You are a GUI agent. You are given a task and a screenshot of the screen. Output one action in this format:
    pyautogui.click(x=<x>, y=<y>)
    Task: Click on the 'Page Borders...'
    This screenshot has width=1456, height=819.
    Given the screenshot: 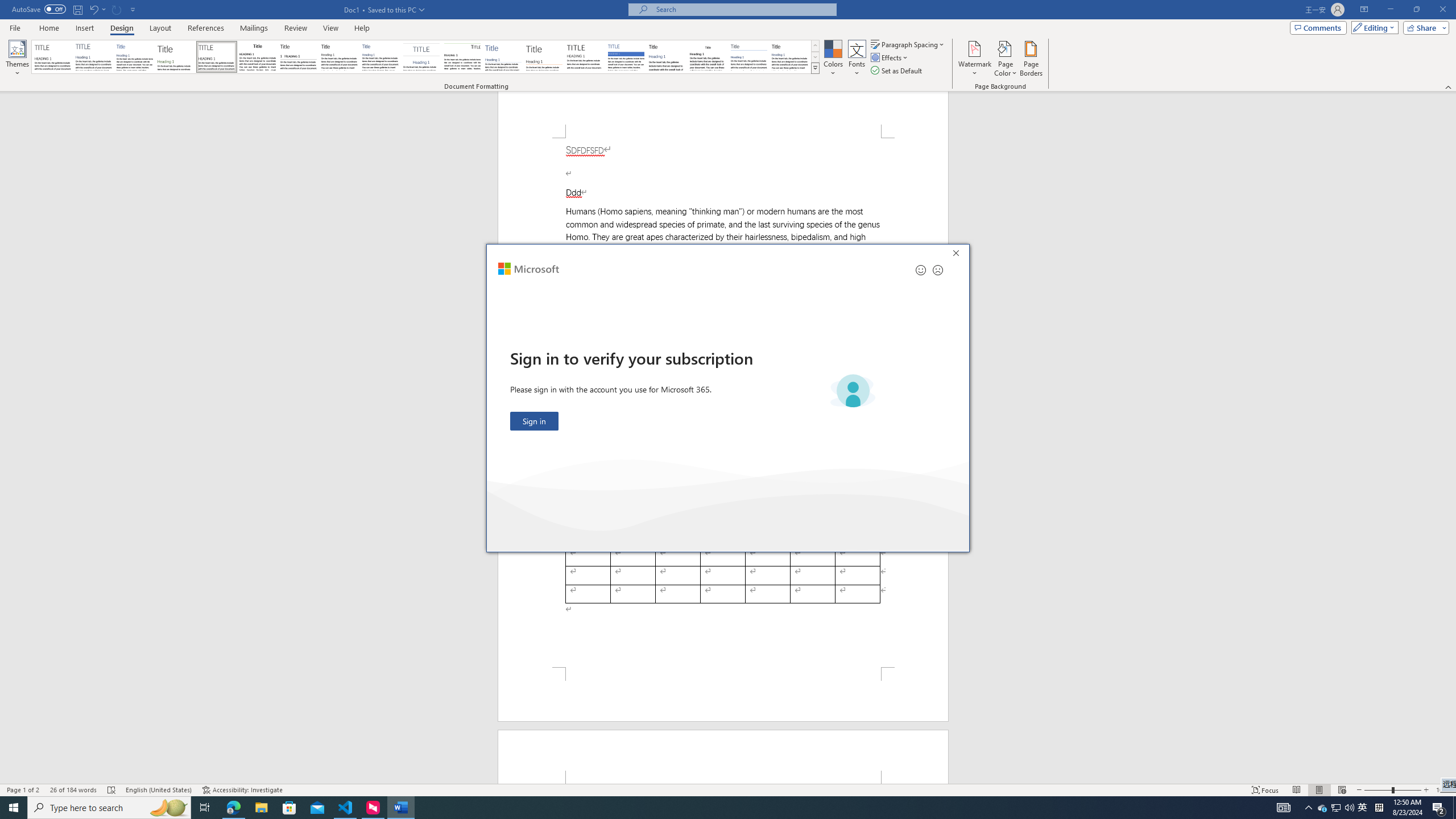 What is the action you would take?
    pyautogui.click(x=1031, y=59)
    